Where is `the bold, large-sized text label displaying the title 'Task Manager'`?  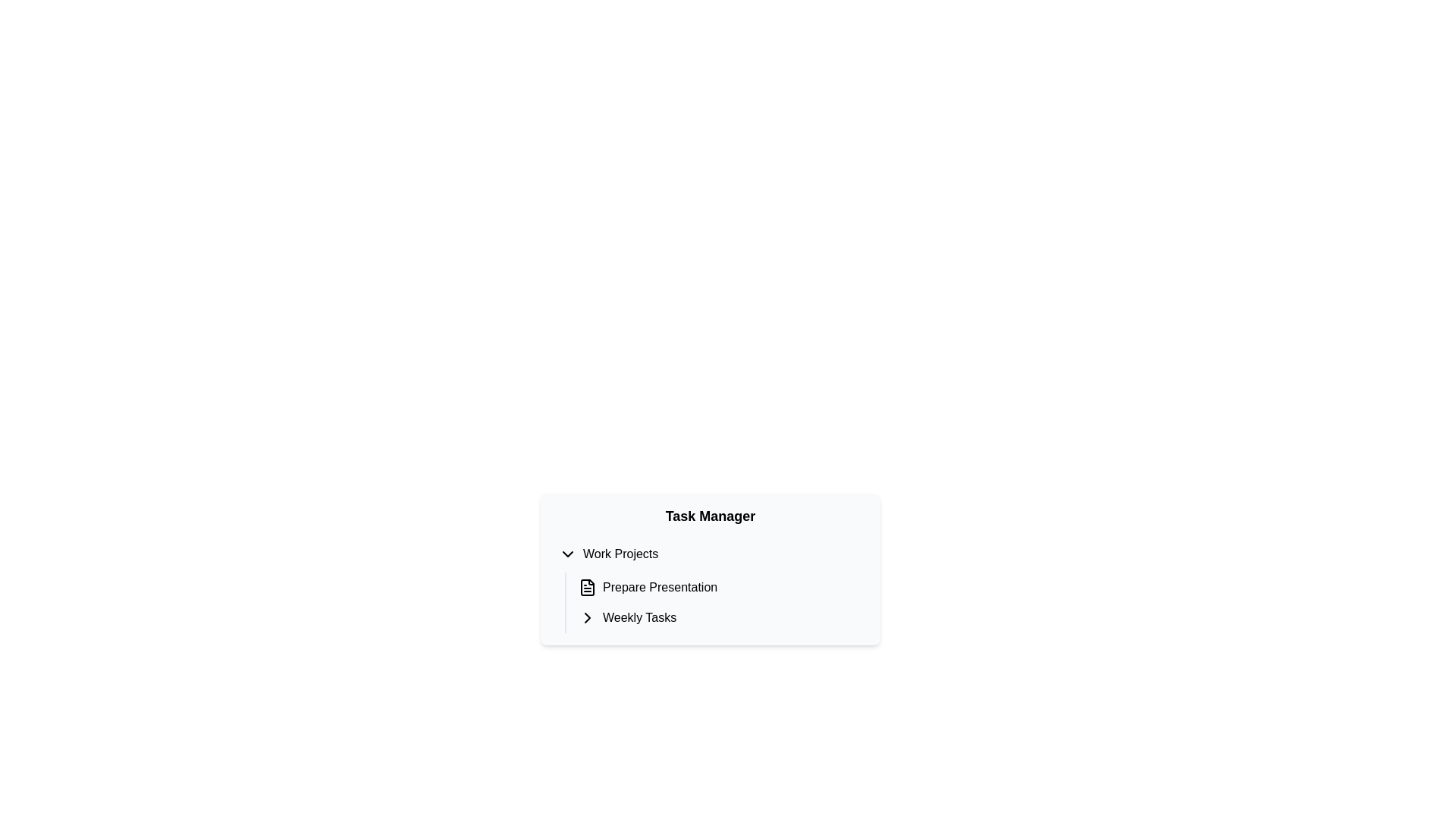 the bold, large-sized text label displaying the title 'Task Manager' is located at coordinates (709, 516).